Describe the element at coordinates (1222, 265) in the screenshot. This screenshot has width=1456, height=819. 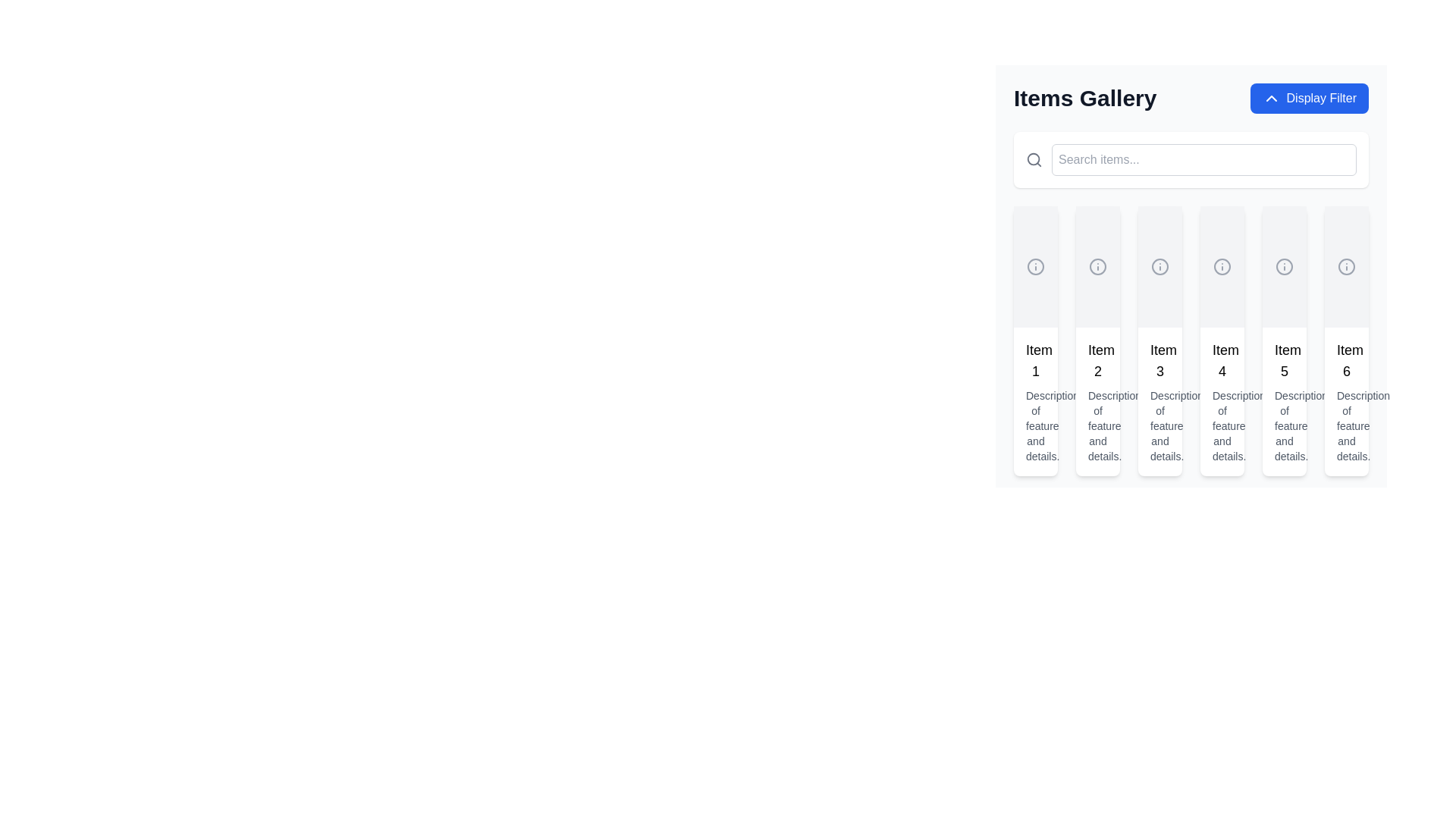
I see `the Decorative panel with an embedded information icon located at the top section of the 'Item 4' card` at that location.